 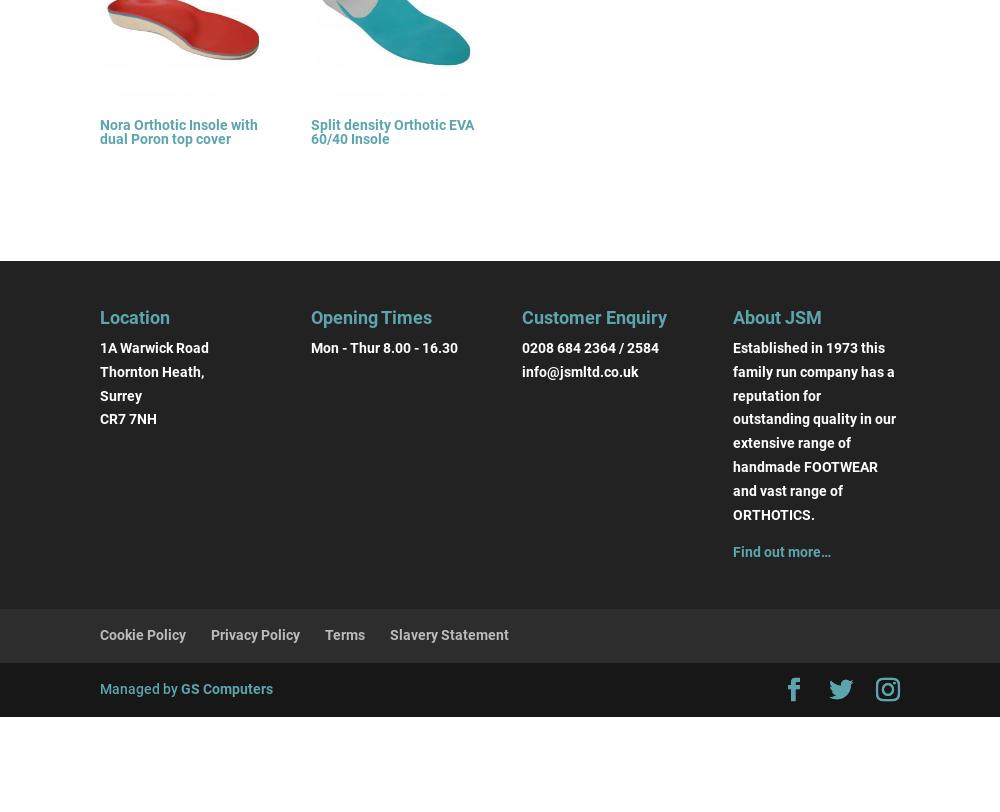 What do you see at coordinates (99, 634) in the screenshot?
I see `'Cookie Policy'` at bounding box center [99, 634].